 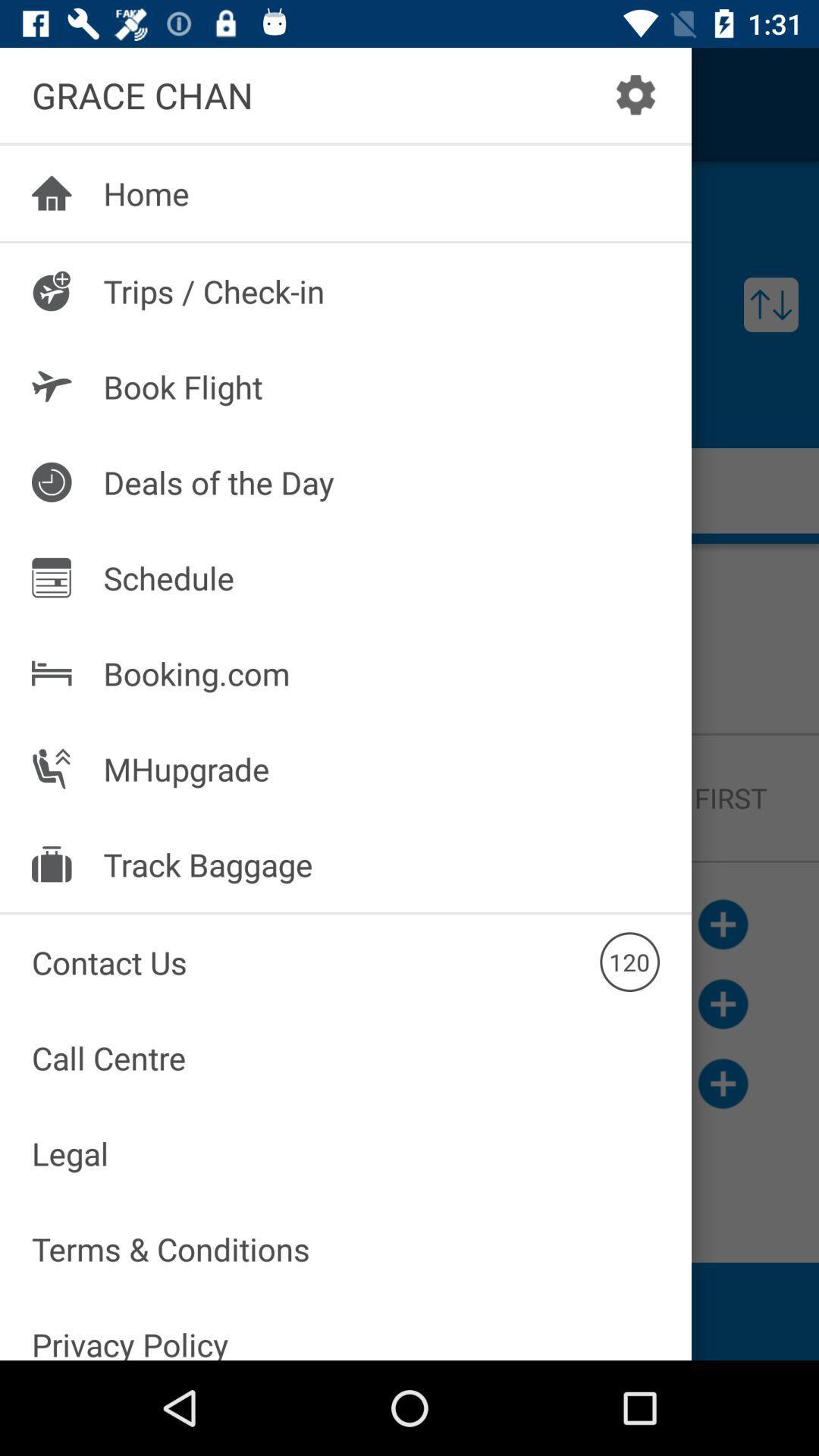 What do you see at coordinates (722, 1004) in the screenshot?
I see `the add icon` at bounding box center [722, 1004].